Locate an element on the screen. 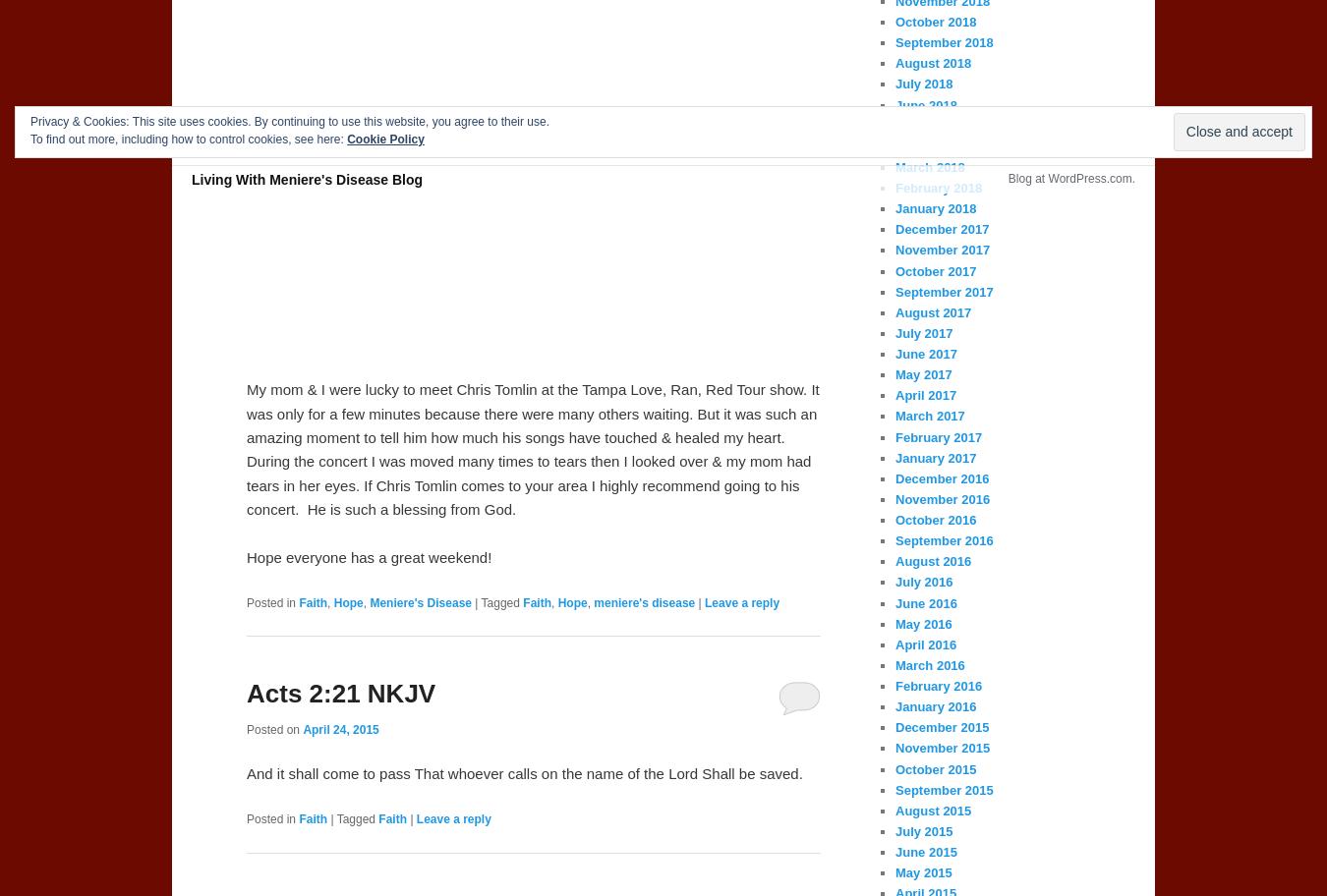 The height and width of the screenshot is (896, 1327). 'August 2016' is located at coordinates (894, 560).